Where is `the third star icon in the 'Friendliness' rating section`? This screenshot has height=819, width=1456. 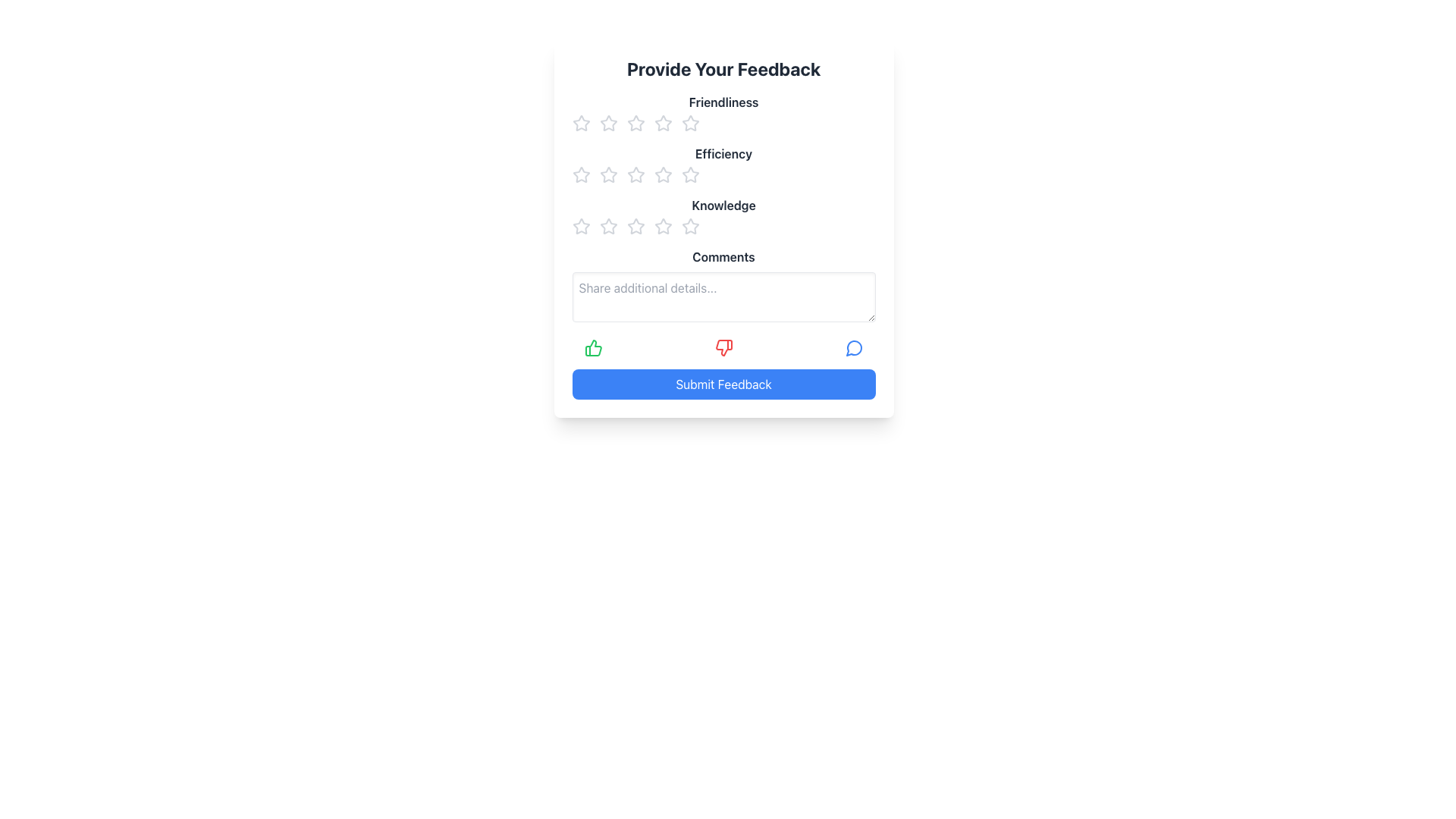 the third star icon in the 'Friendliness' rating section is located at coordinates (635, 122).